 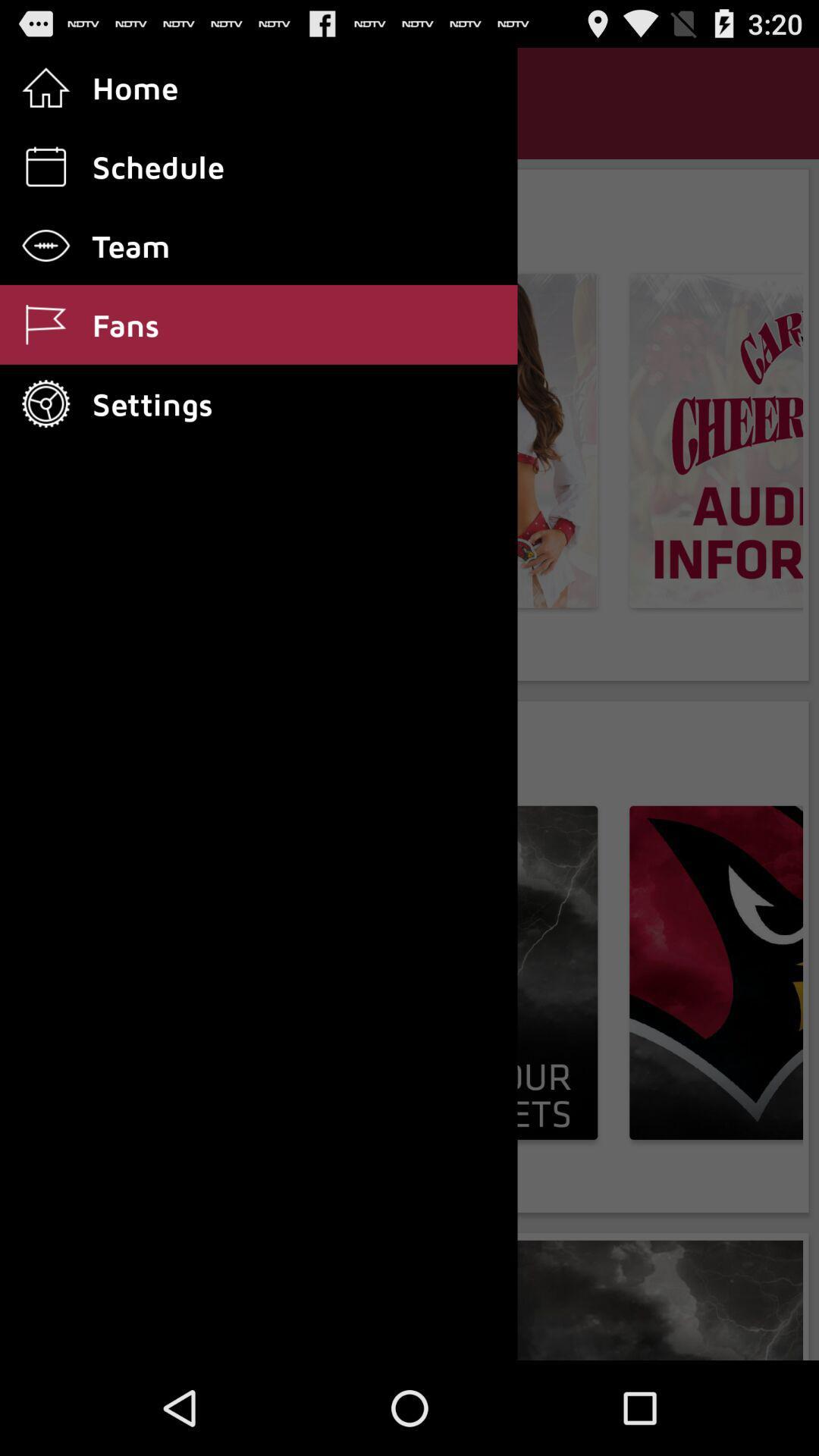 I want to click on the second image of the page, so click(x=716, y=972).